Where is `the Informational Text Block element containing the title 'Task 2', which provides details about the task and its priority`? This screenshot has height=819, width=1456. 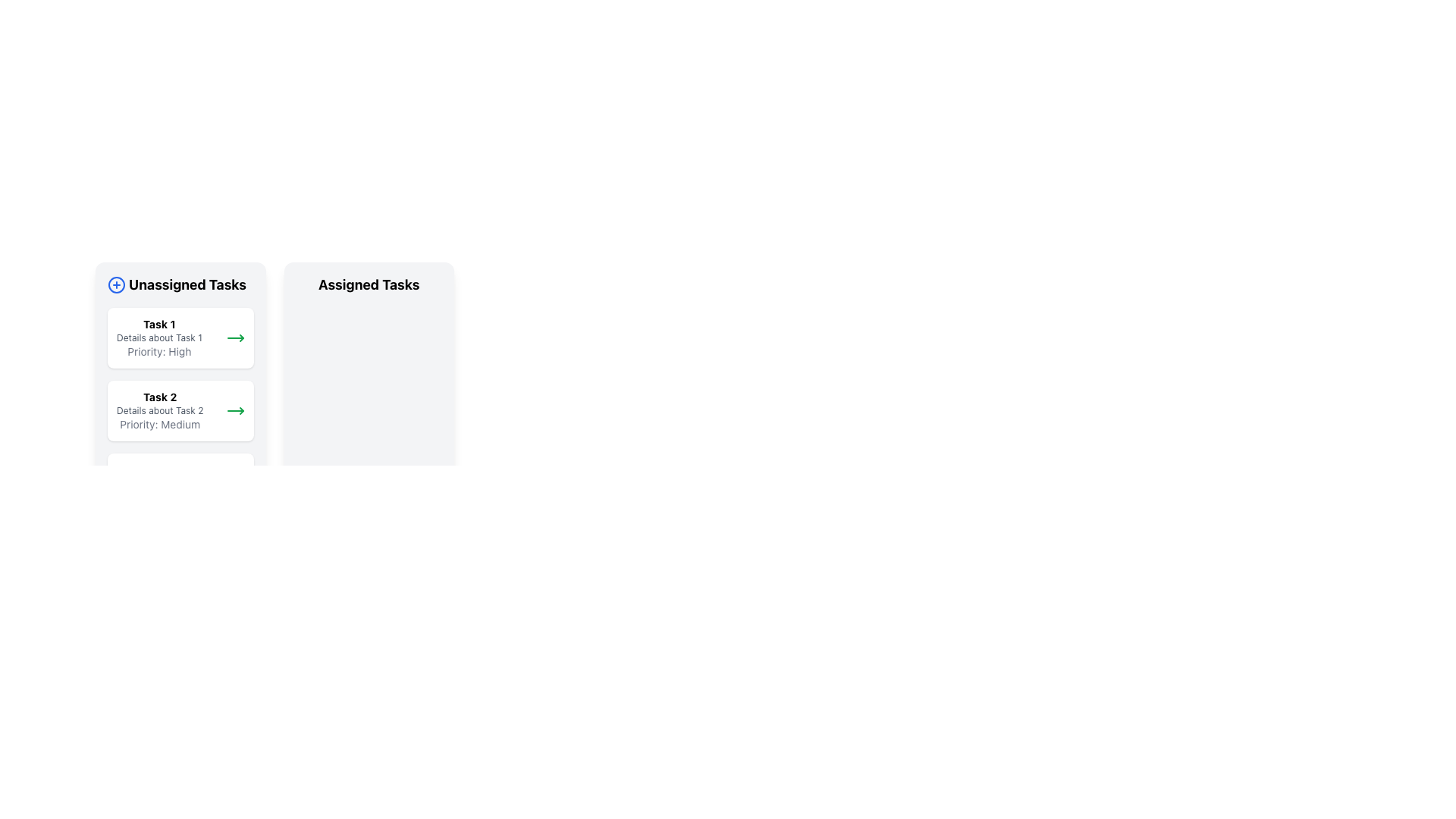
the Informational Text Block element containing the title 'Task 2', which provides details about the task and its priority is located at coordinates (160, 411).